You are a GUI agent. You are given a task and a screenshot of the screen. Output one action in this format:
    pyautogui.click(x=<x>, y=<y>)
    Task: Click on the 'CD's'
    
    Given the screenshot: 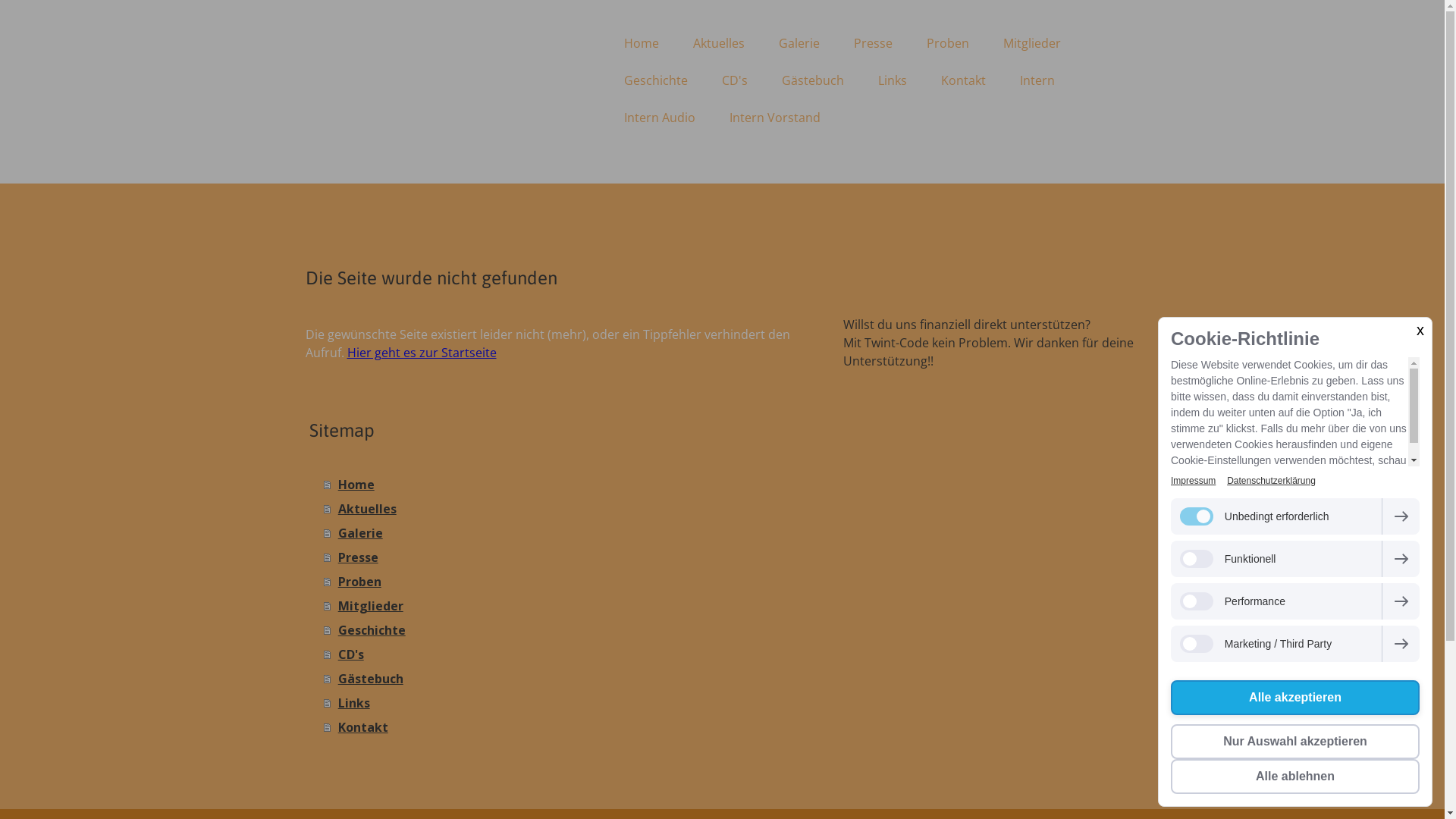 What is the action you would take?
    pyautogui.click(x=735, y=80)
    